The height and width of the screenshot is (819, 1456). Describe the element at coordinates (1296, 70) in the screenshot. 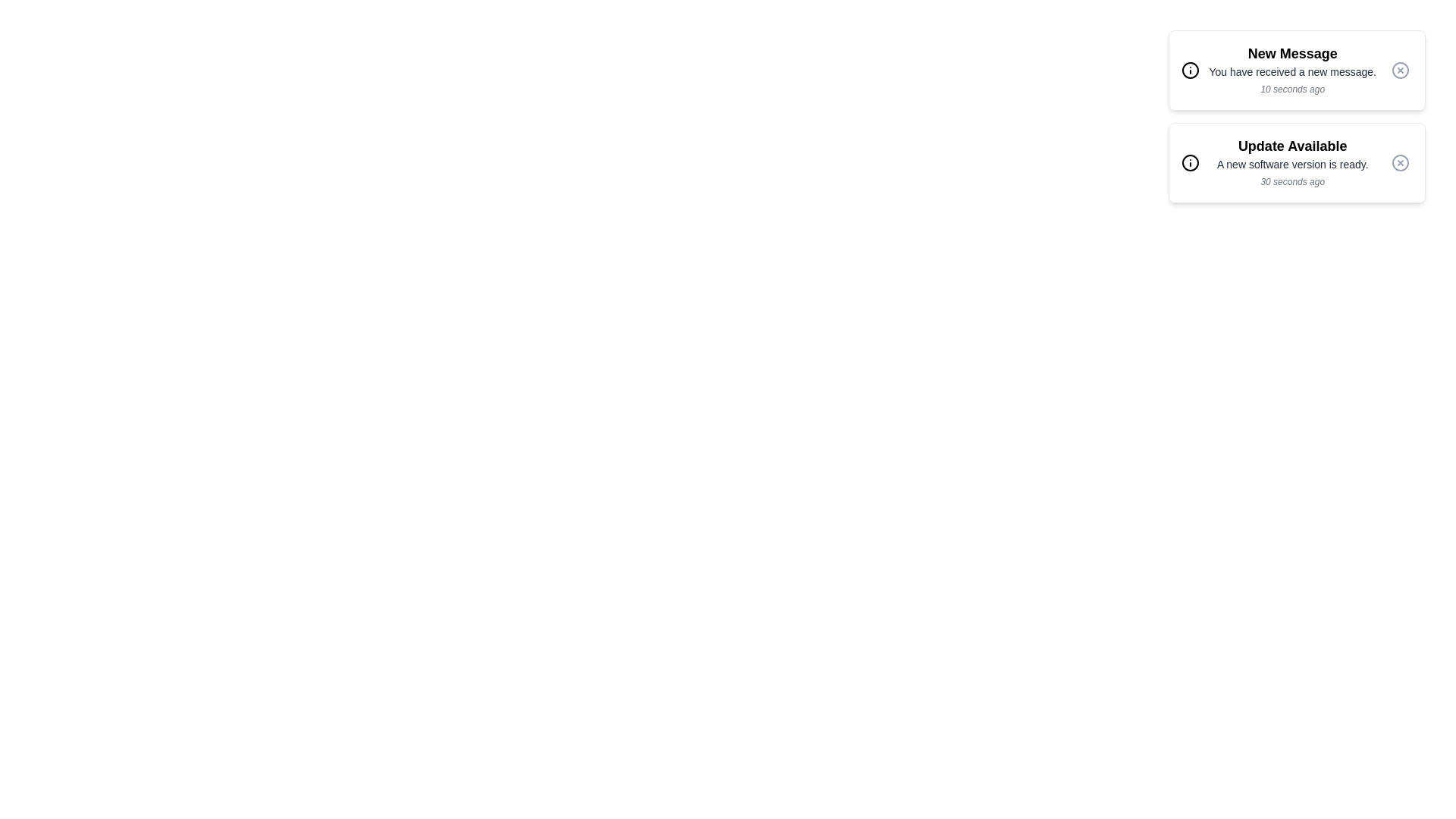

I see `the notification with the title New Message` at that location.